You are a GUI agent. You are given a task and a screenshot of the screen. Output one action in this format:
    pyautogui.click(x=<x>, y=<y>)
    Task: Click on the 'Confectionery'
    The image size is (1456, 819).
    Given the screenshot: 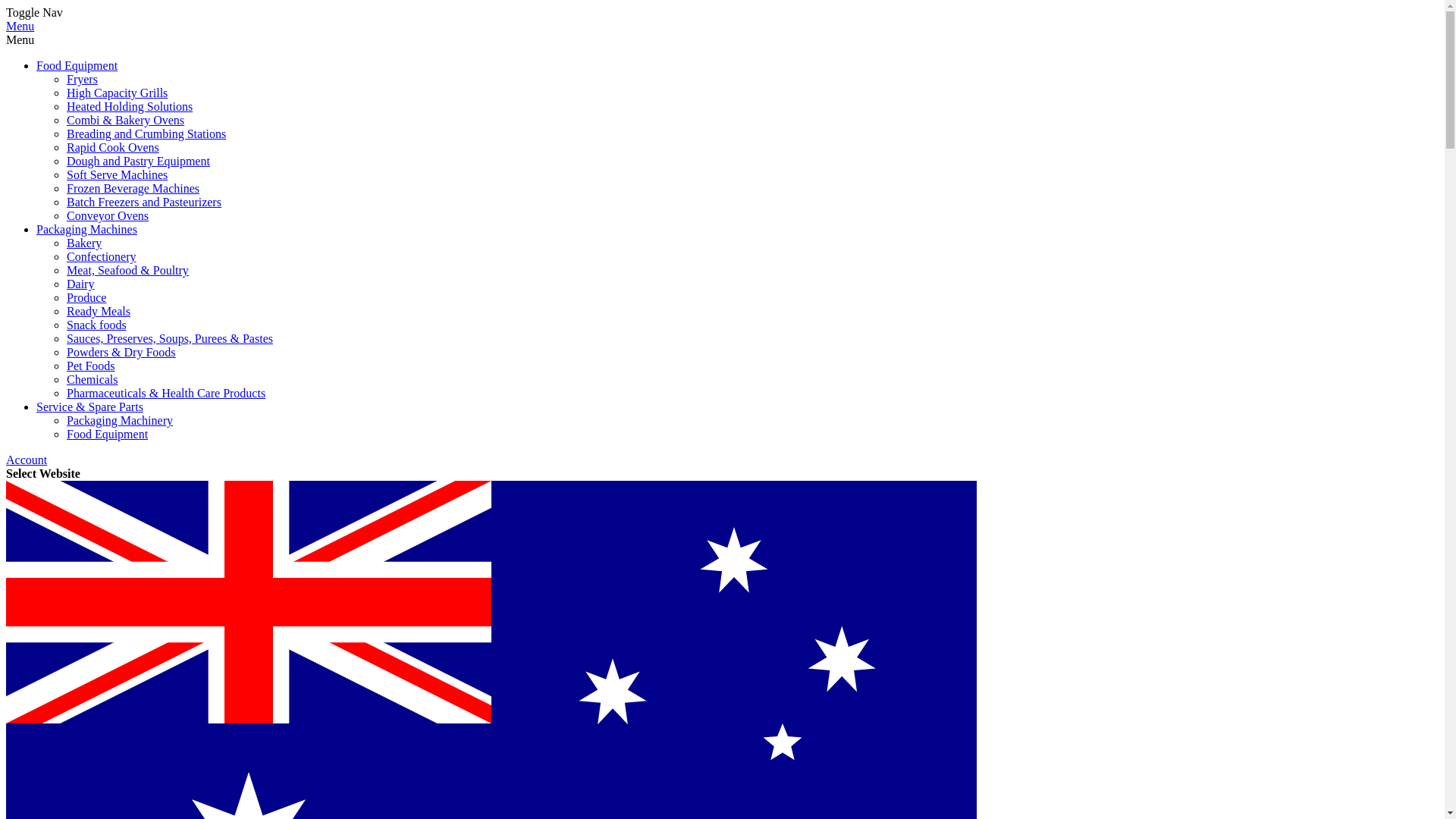 What is the action you would take?
    pyautogui.click(x=101, y=256)
    